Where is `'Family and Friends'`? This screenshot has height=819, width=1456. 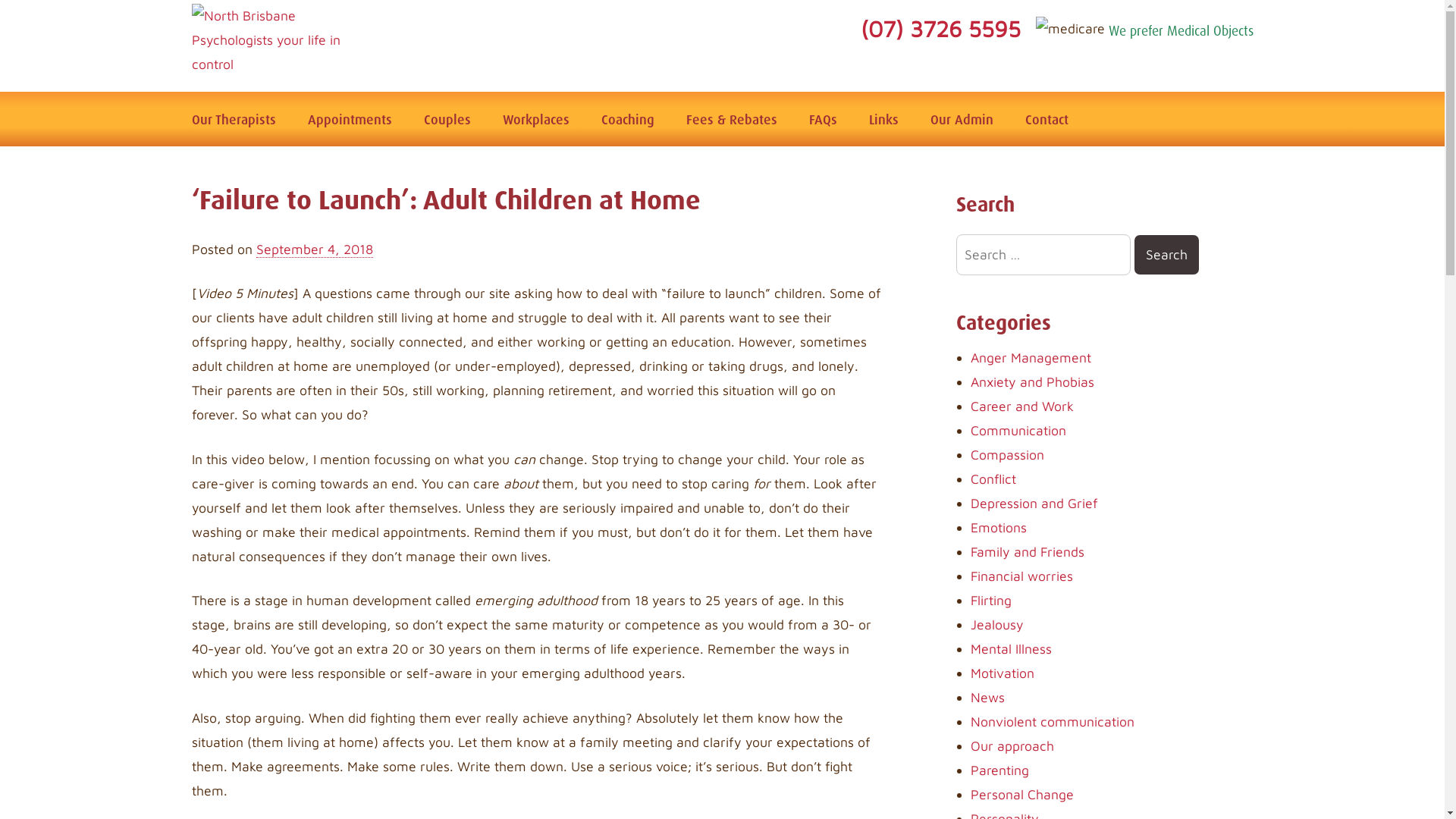
'Family and Friends' is located at coordinates (1027, 551).